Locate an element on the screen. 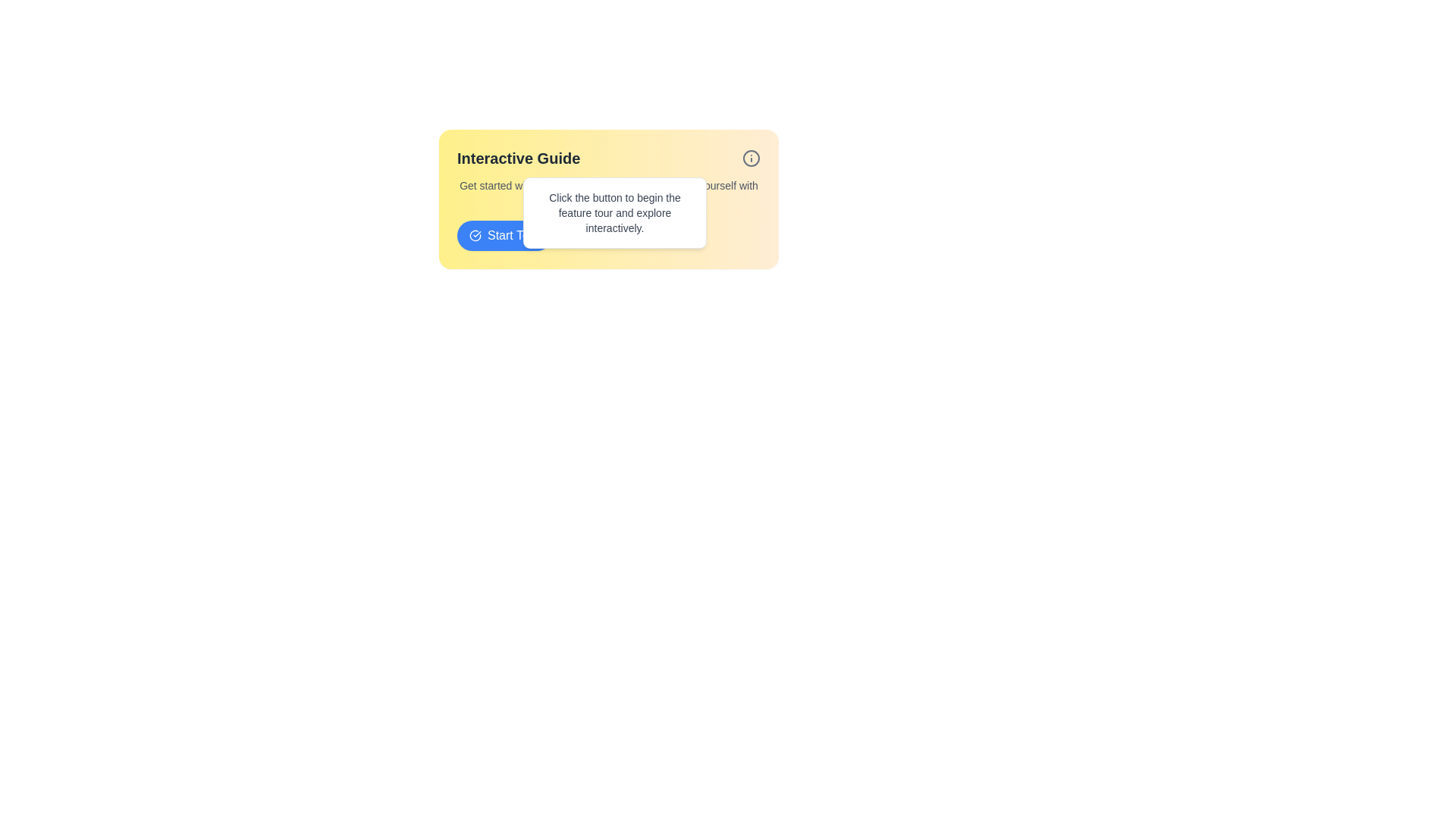 The image size is (1456, 819). the SVG circle that serves as the outer circle of the 'info' icon in the 'Interactive Guide' dialog box, located in the top right corner is located at coordinates (751, 158).